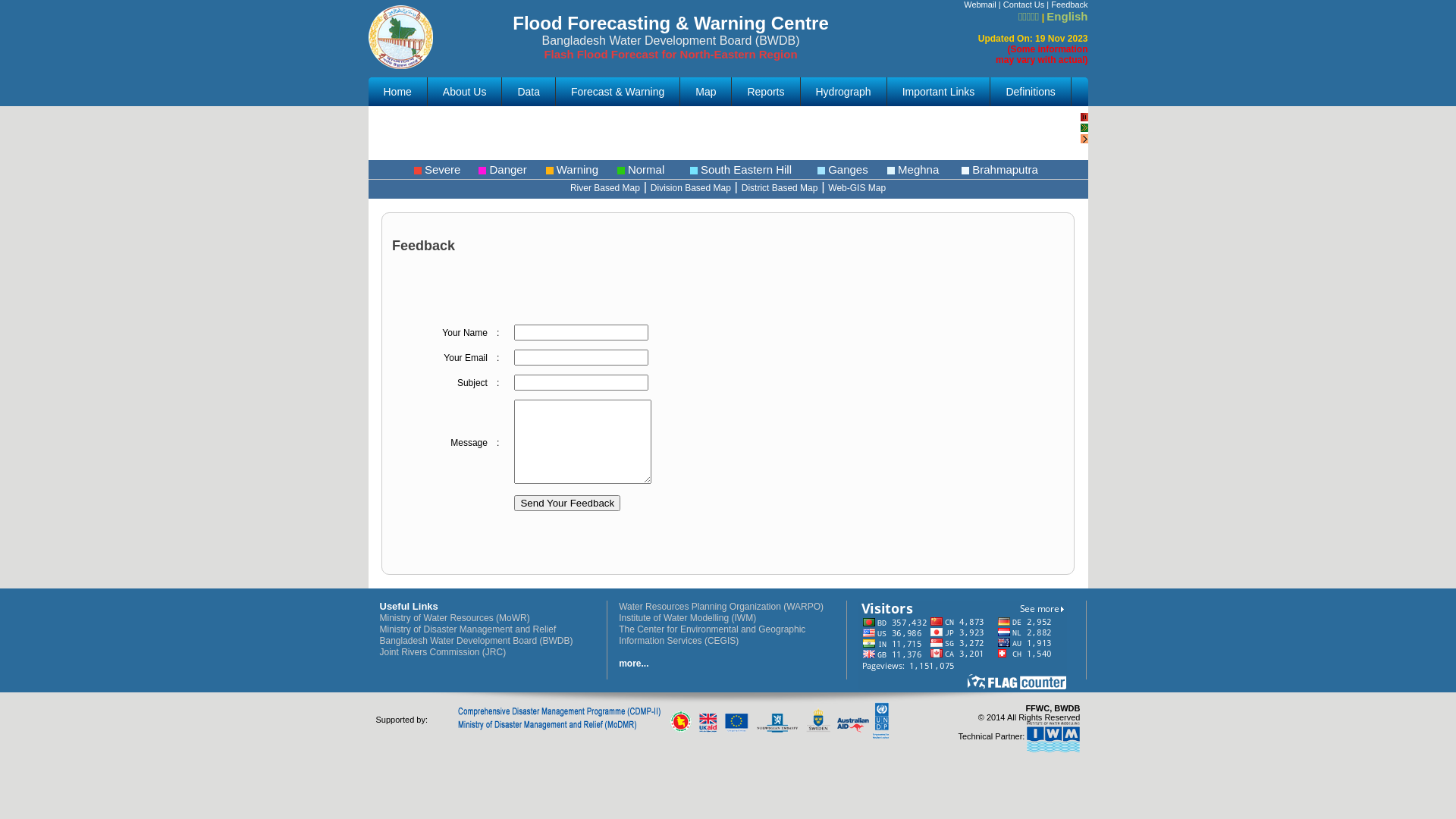 The image size is (1456, 819). What do you see at coordinates (397, 91) in the screenshot?
I see `'Home'` at bounding box center [397, 91].